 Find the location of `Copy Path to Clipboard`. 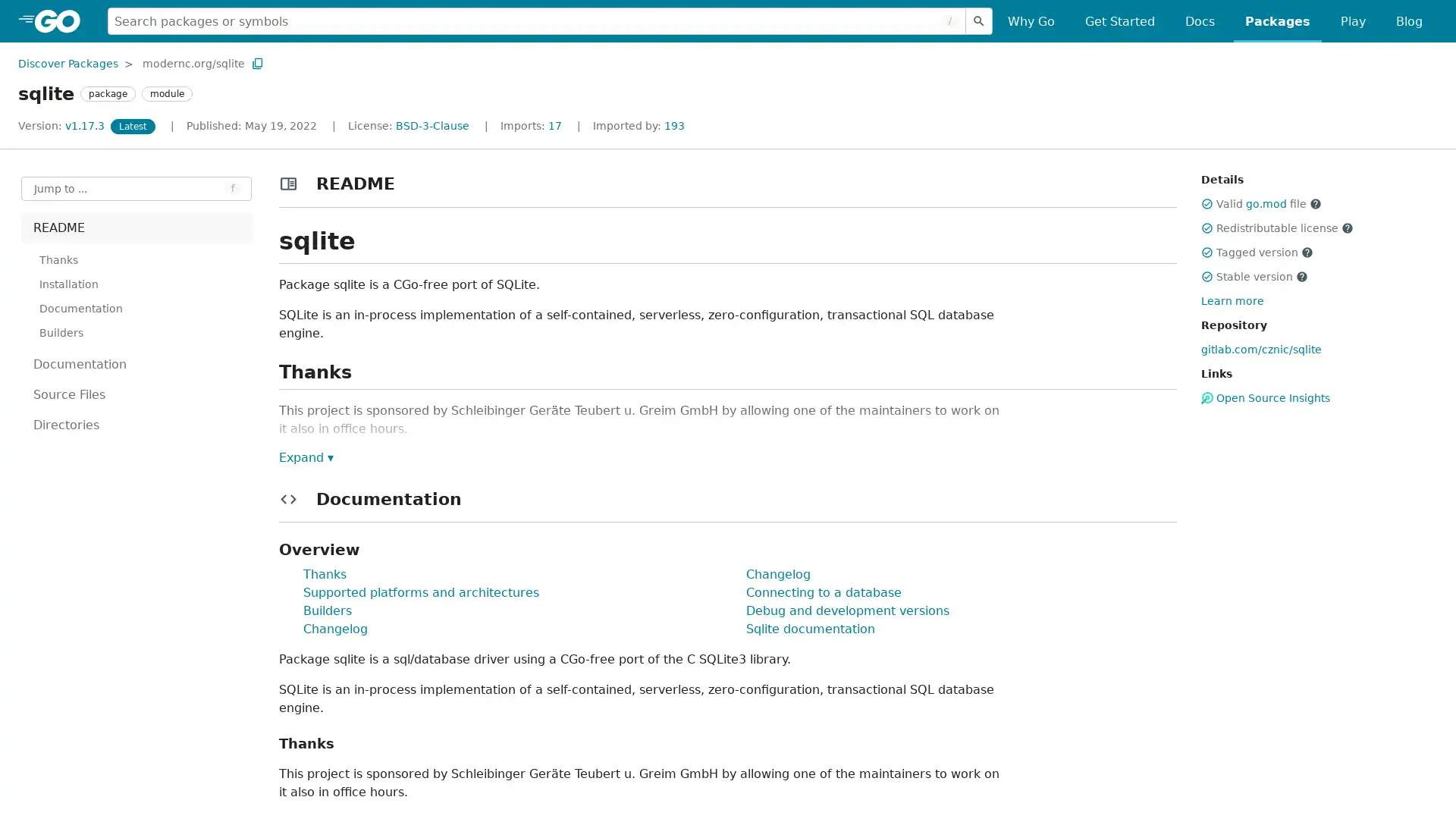

Copy Path to Clipboard is located at coordinates (257, 62).